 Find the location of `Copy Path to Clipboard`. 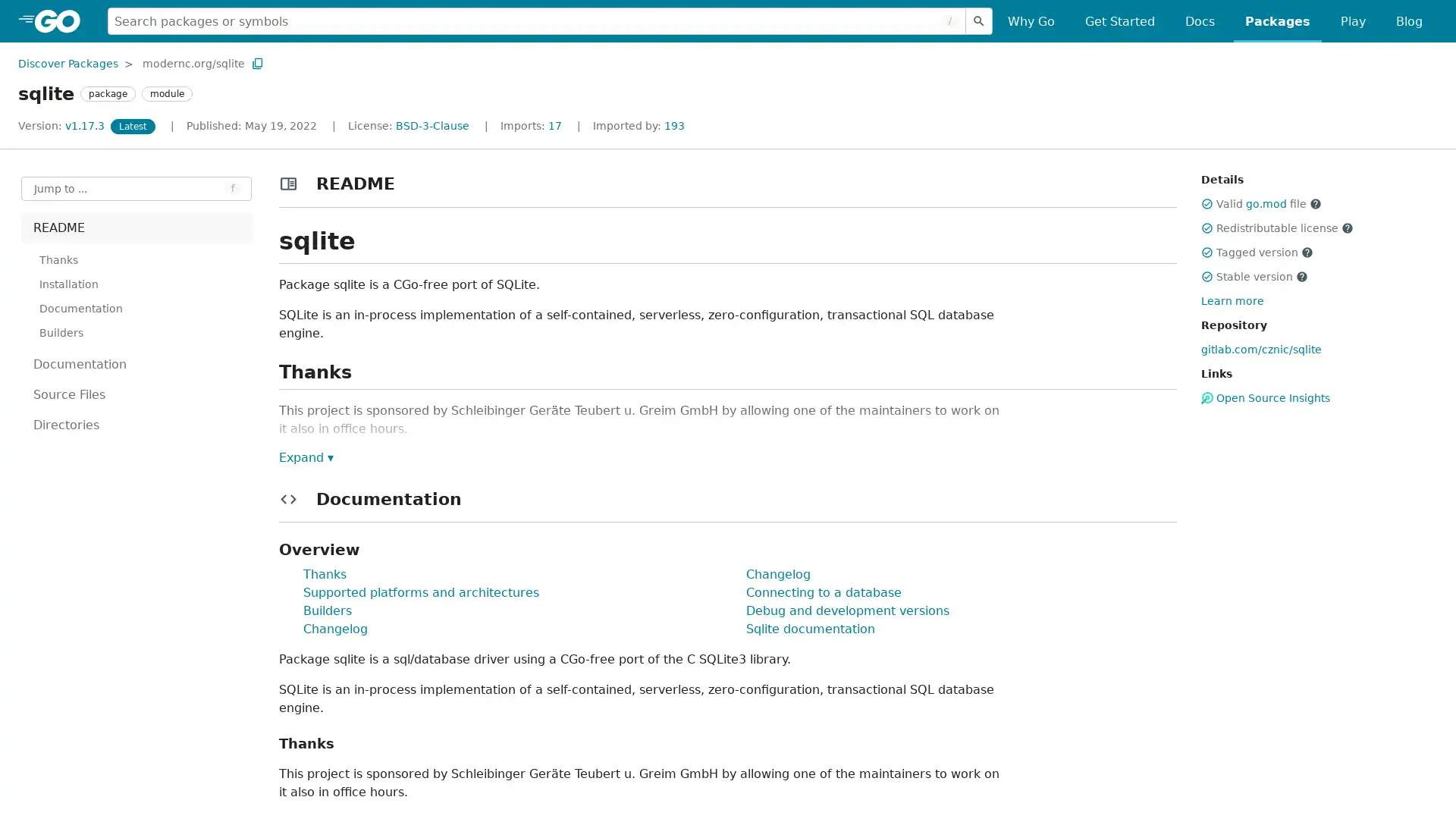

Copy Path to Clipboard is located at coordinates (257, 62).